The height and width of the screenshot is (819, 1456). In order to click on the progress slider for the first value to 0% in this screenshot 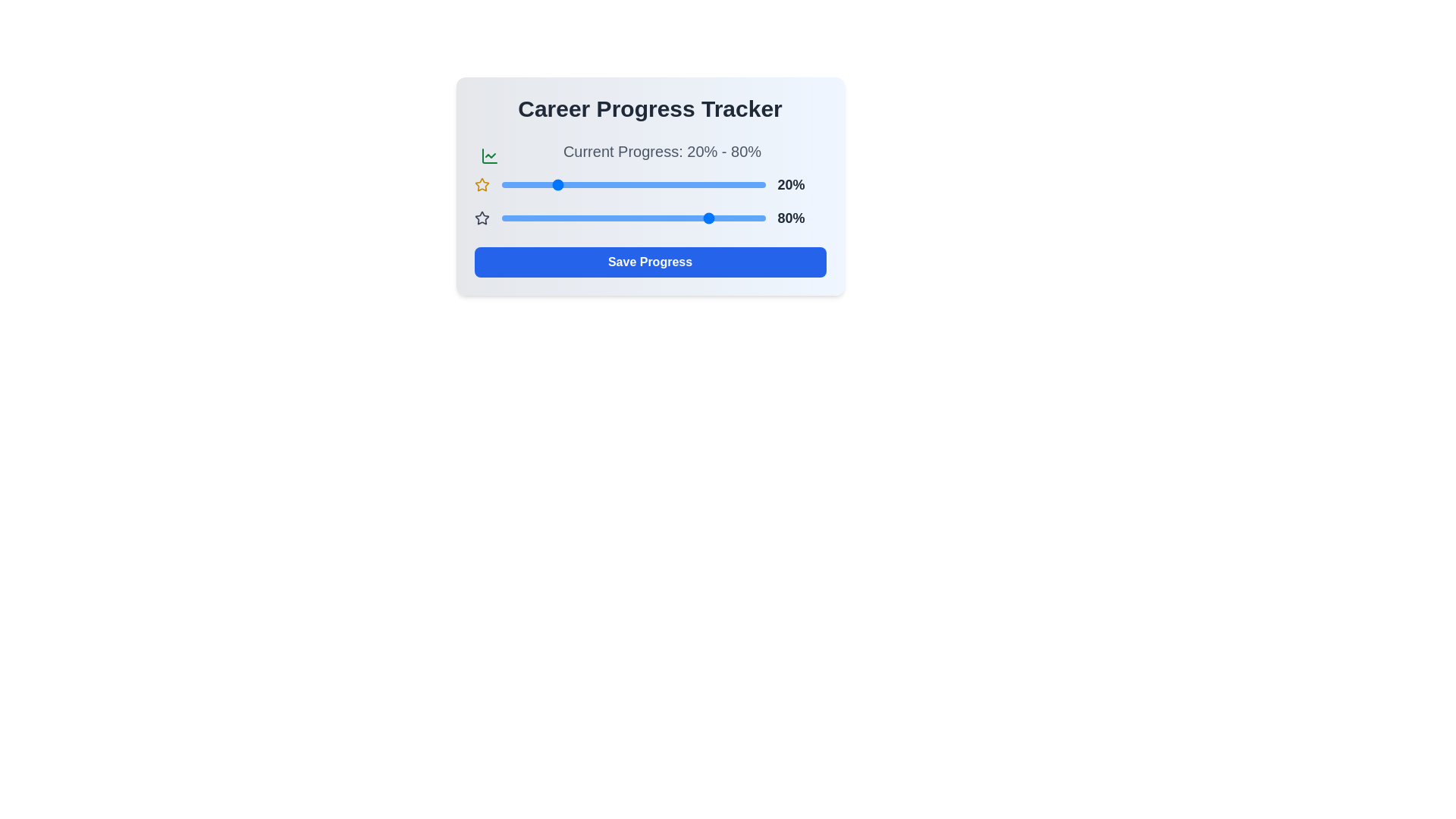, I will do `click(501, 184)`.